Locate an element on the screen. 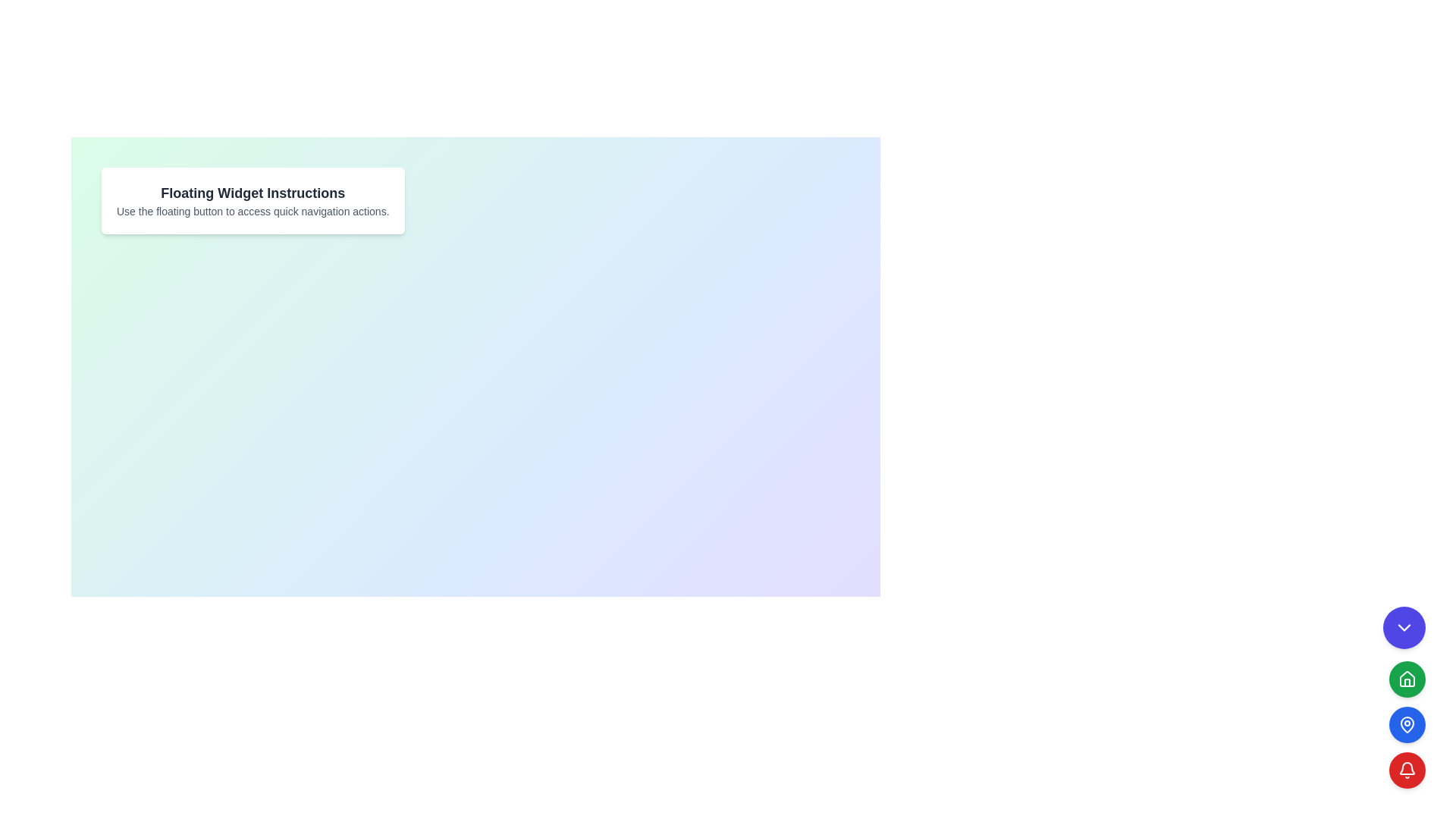 This screenshot has width=1456, height=819. the notification button, which is the fourth and bottommost button in a vertical alignment on the right-hand side of the interface is located at coordinates (1407, 768).